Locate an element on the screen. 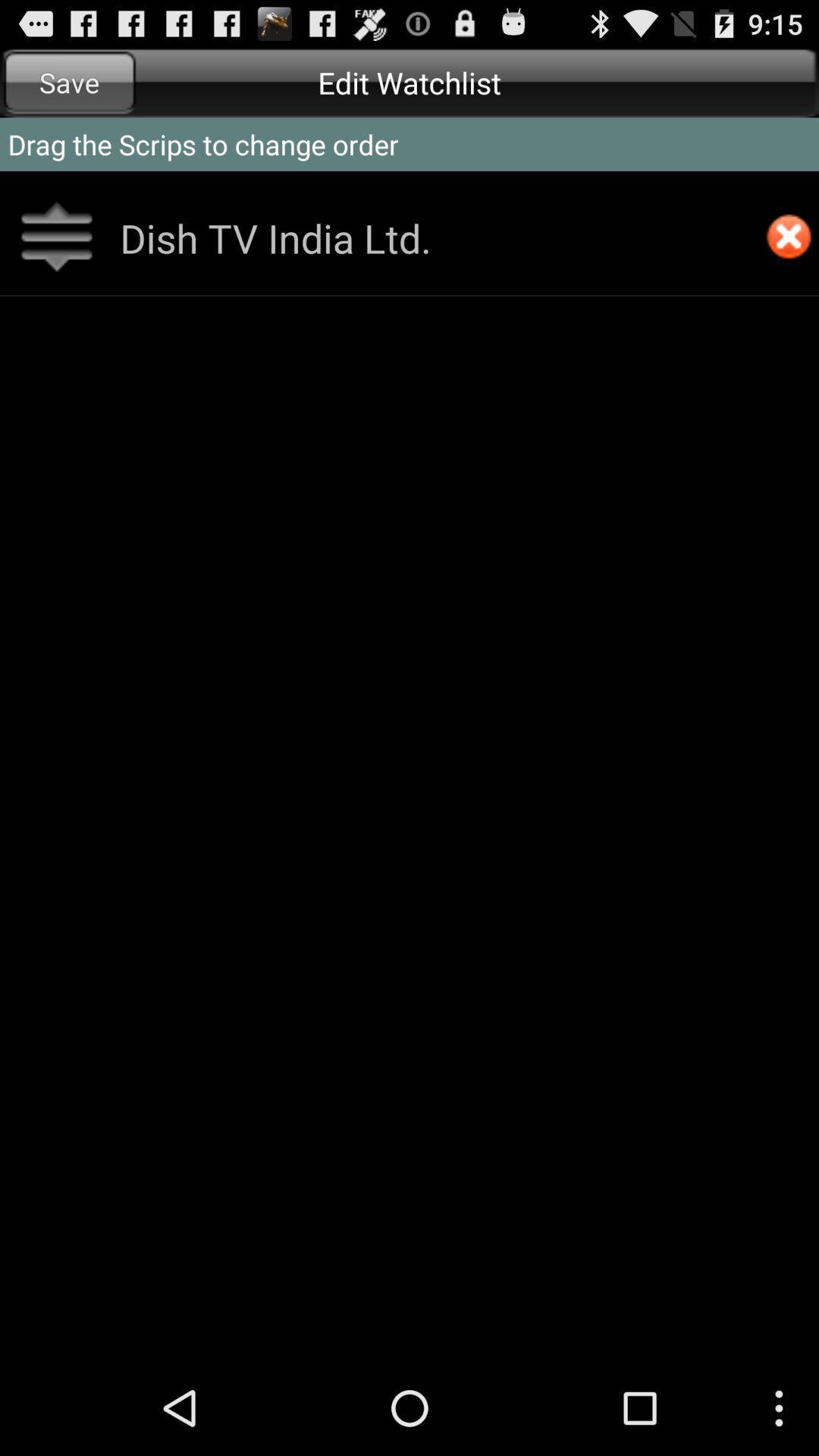 The image size is (819, 1456). the icon at the top right corner is located at coordinates (788, 237).